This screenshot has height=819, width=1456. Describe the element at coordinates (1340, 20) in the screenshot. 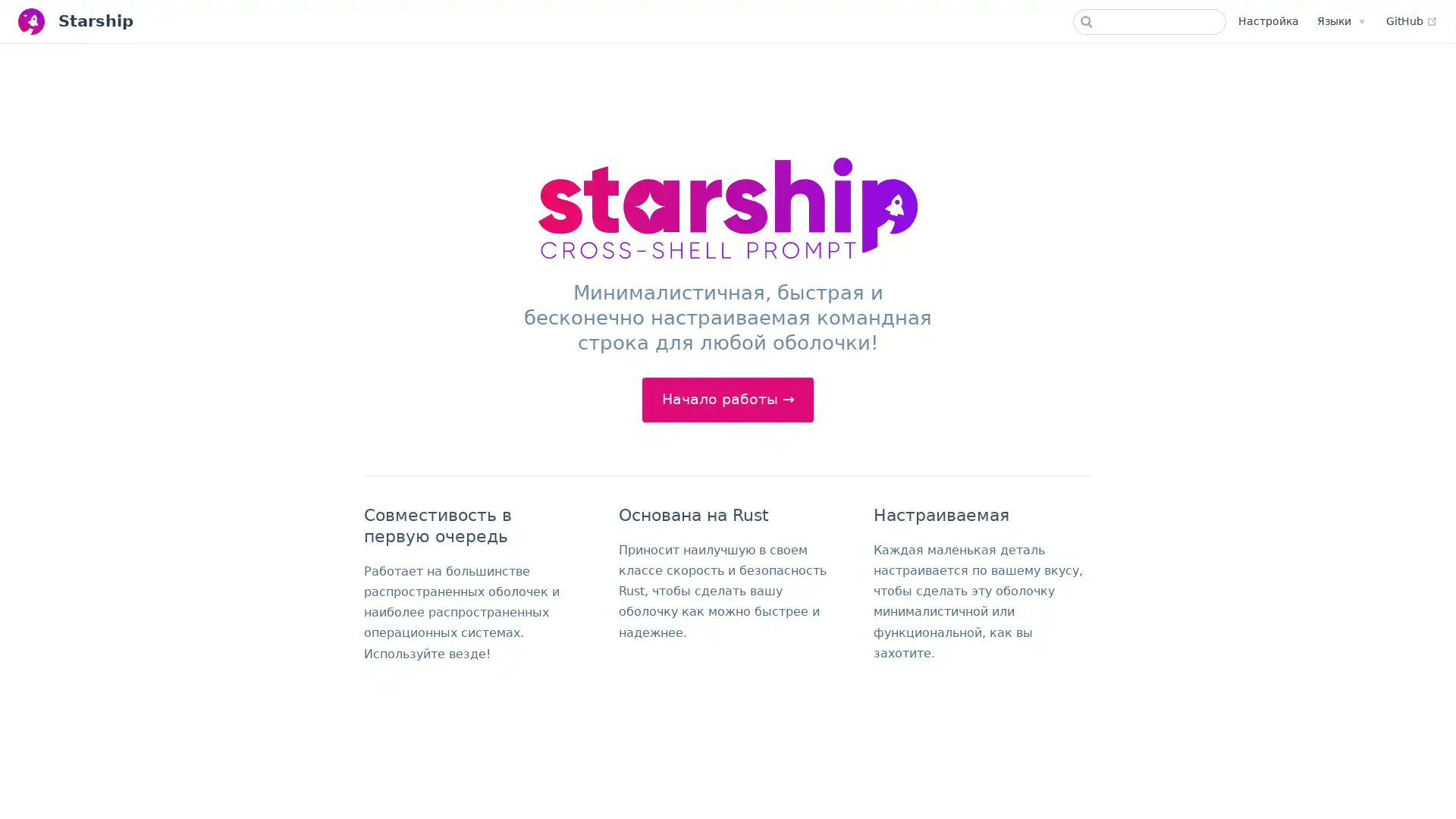

I see `Select language` at that location.